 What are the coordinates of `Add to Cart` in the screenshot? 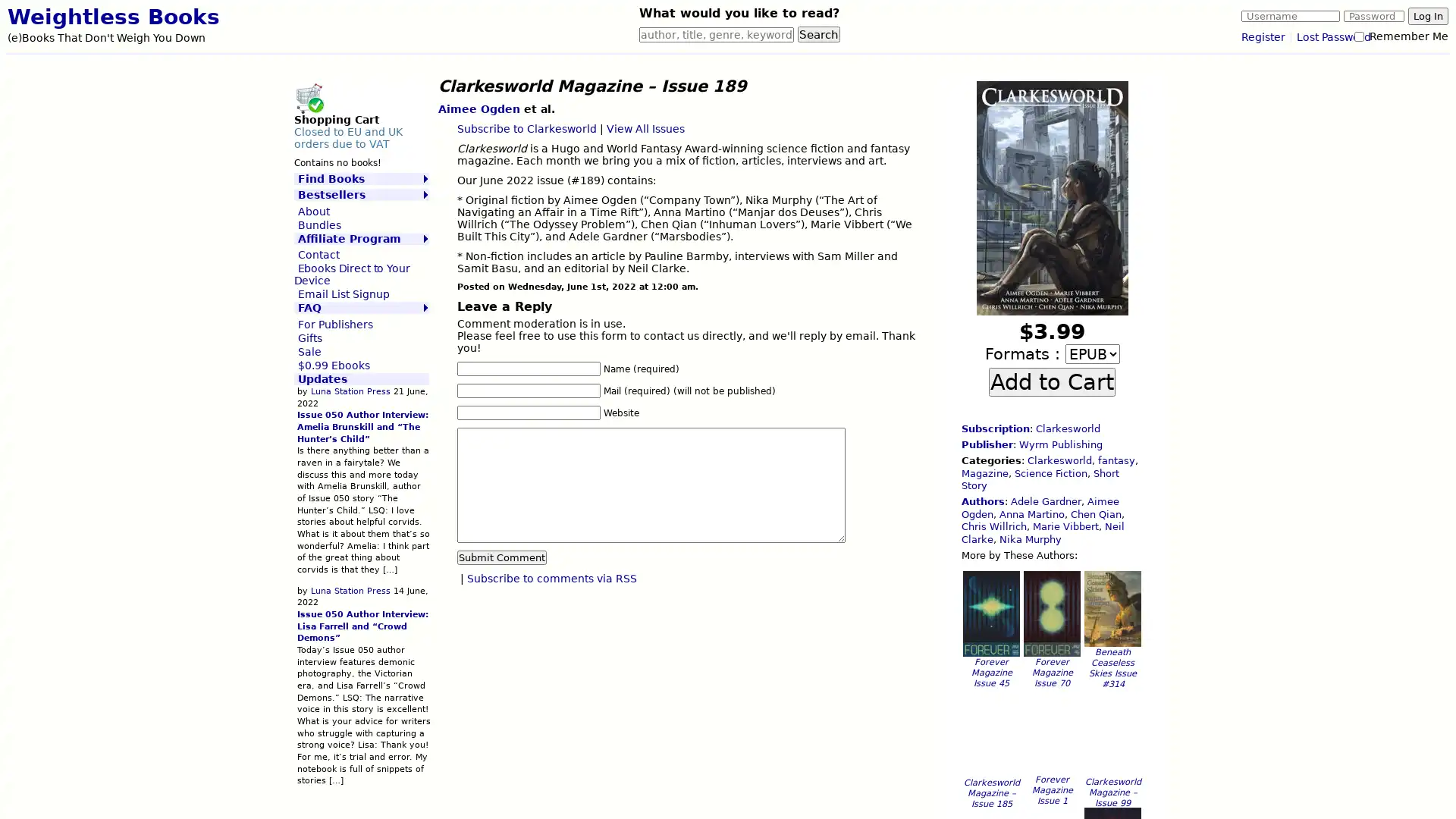 It's located at (1051, 380).